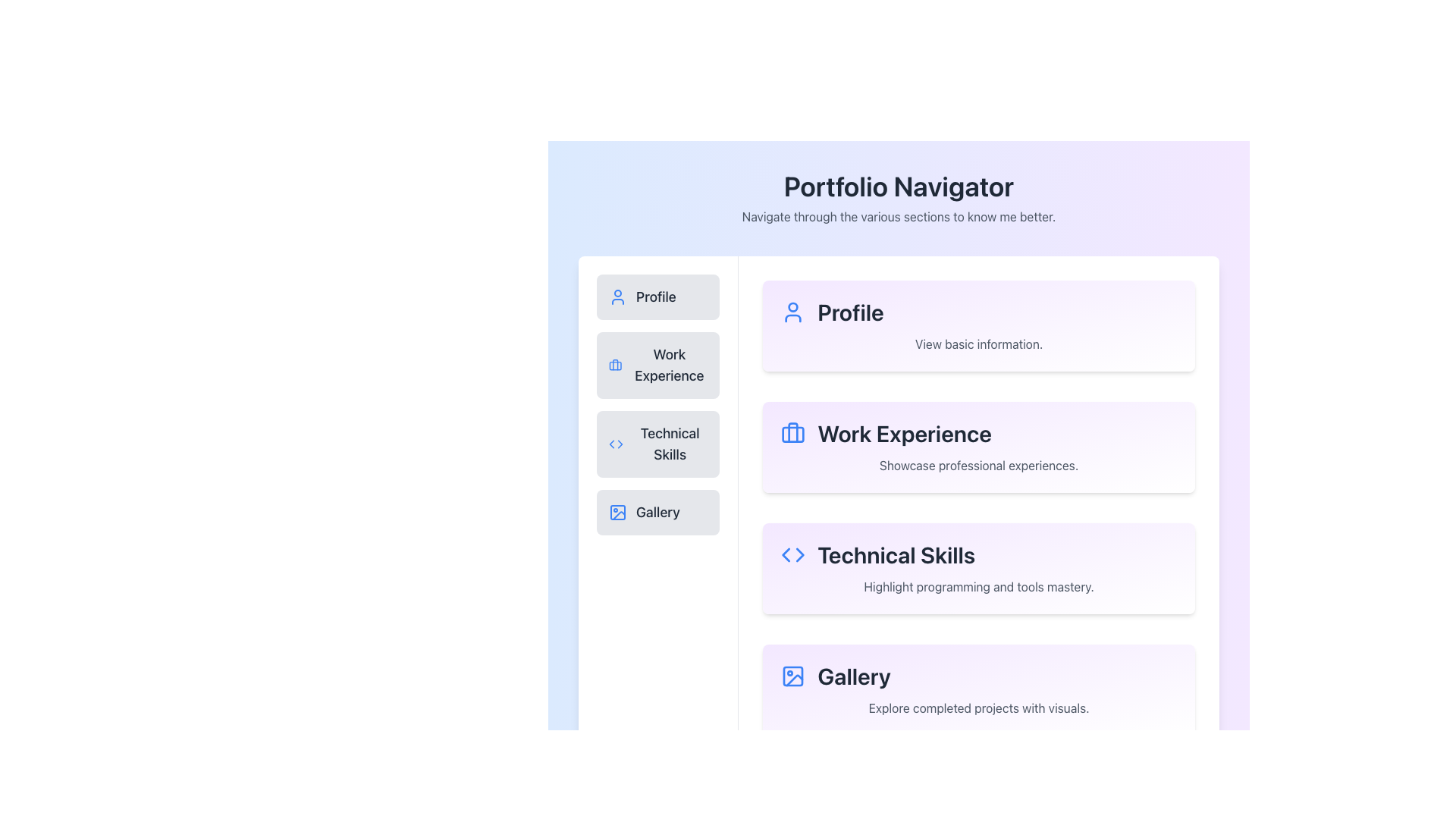 Image resolution: width=1456 pixels, height=819 pixels. Describe the element at coordinates (899, 186) in the screenshot. I see `the primary header located at the top of the page, which serves as the title for the section, providing context for the content below it` at that location.